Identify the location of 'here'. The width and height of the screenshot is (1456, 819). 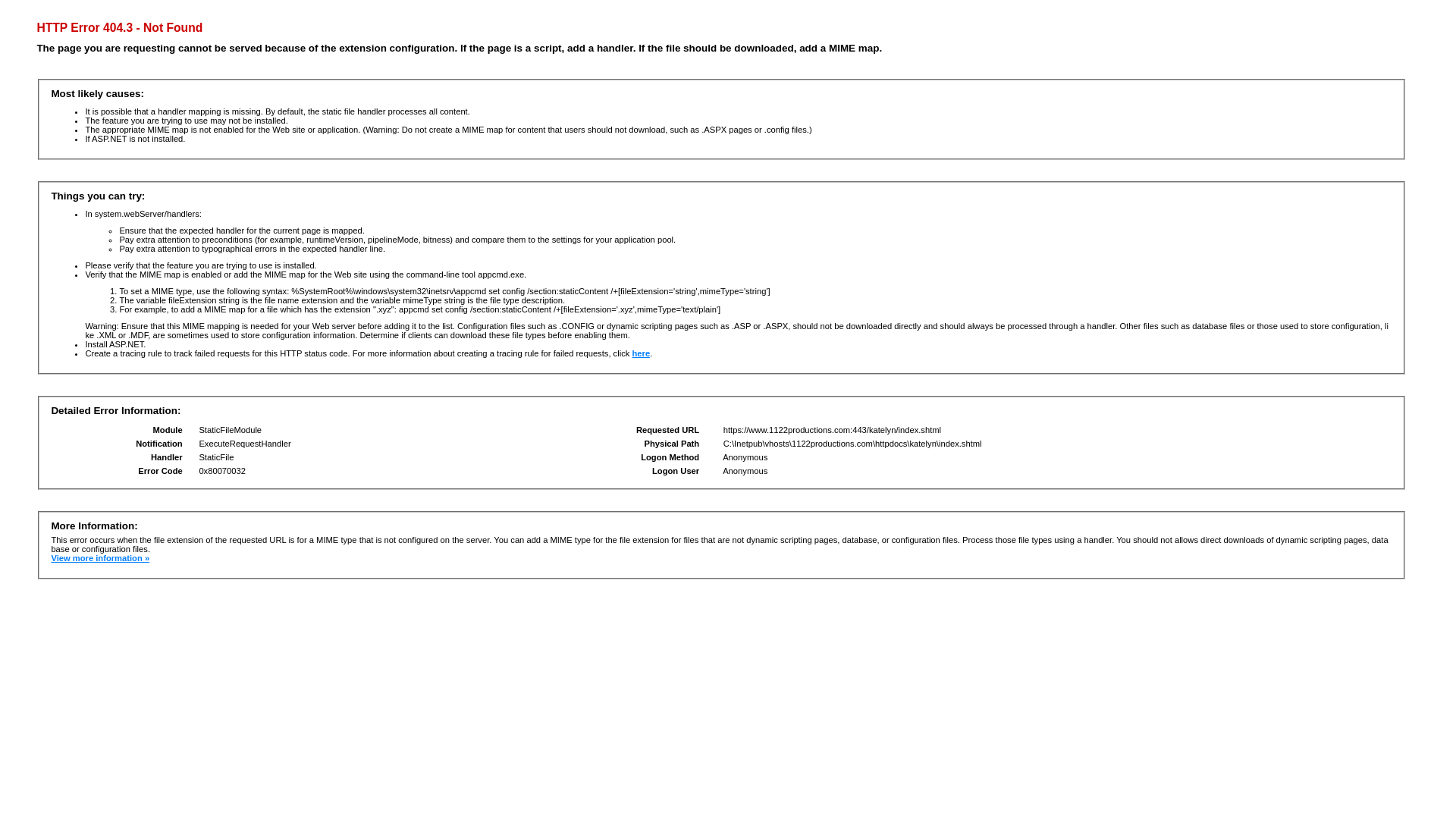
(632, 353).